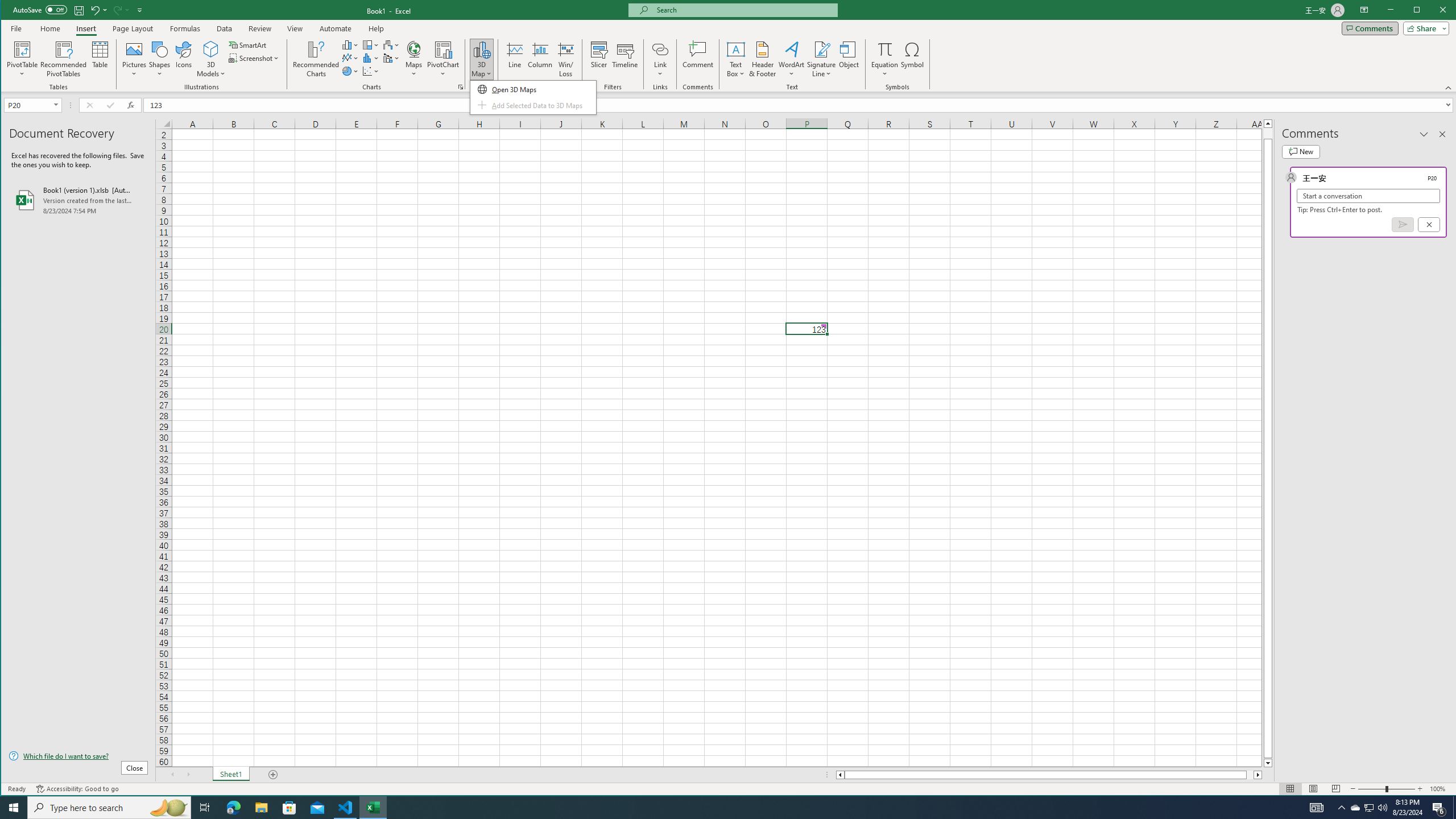  I want to click on 'Insert Waterfall, Funnel, Stock, Surface, or Radar Chart', so click(391, 58).